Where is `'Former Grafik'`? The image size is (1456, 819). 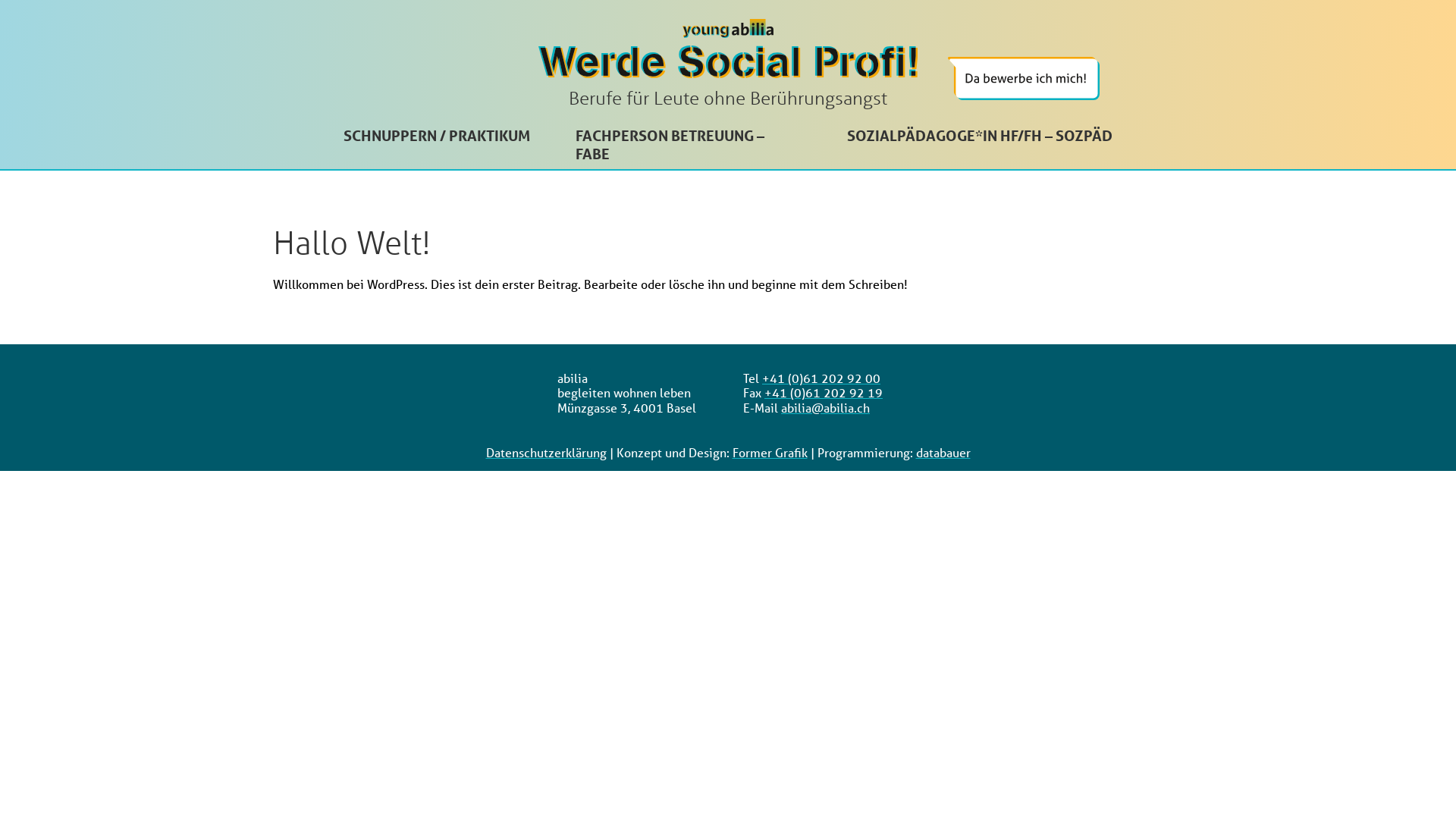 'Former Grafik' is located at coordinates (770, 451).